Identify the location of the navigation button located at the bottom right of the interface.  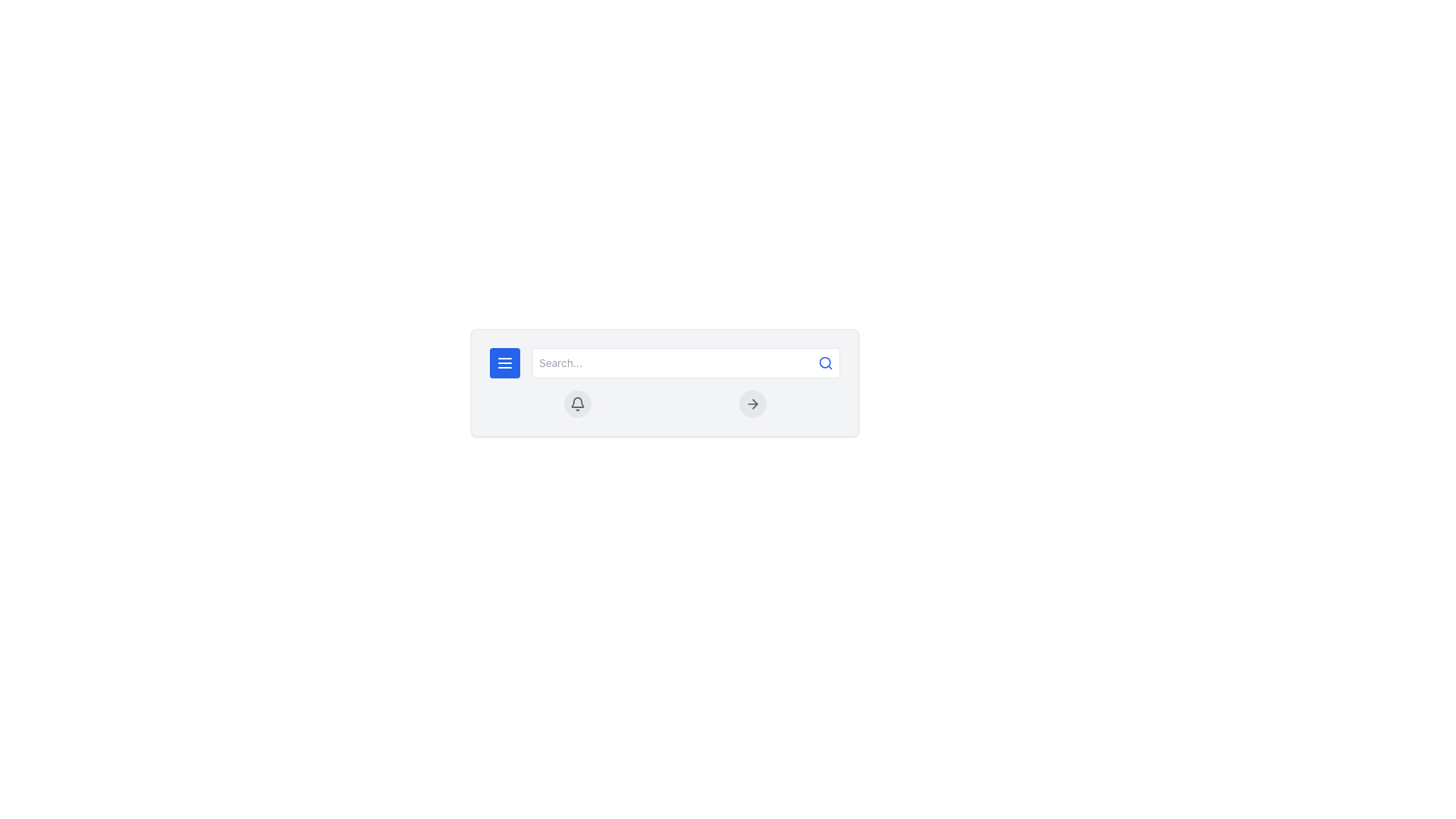
(752, 403).